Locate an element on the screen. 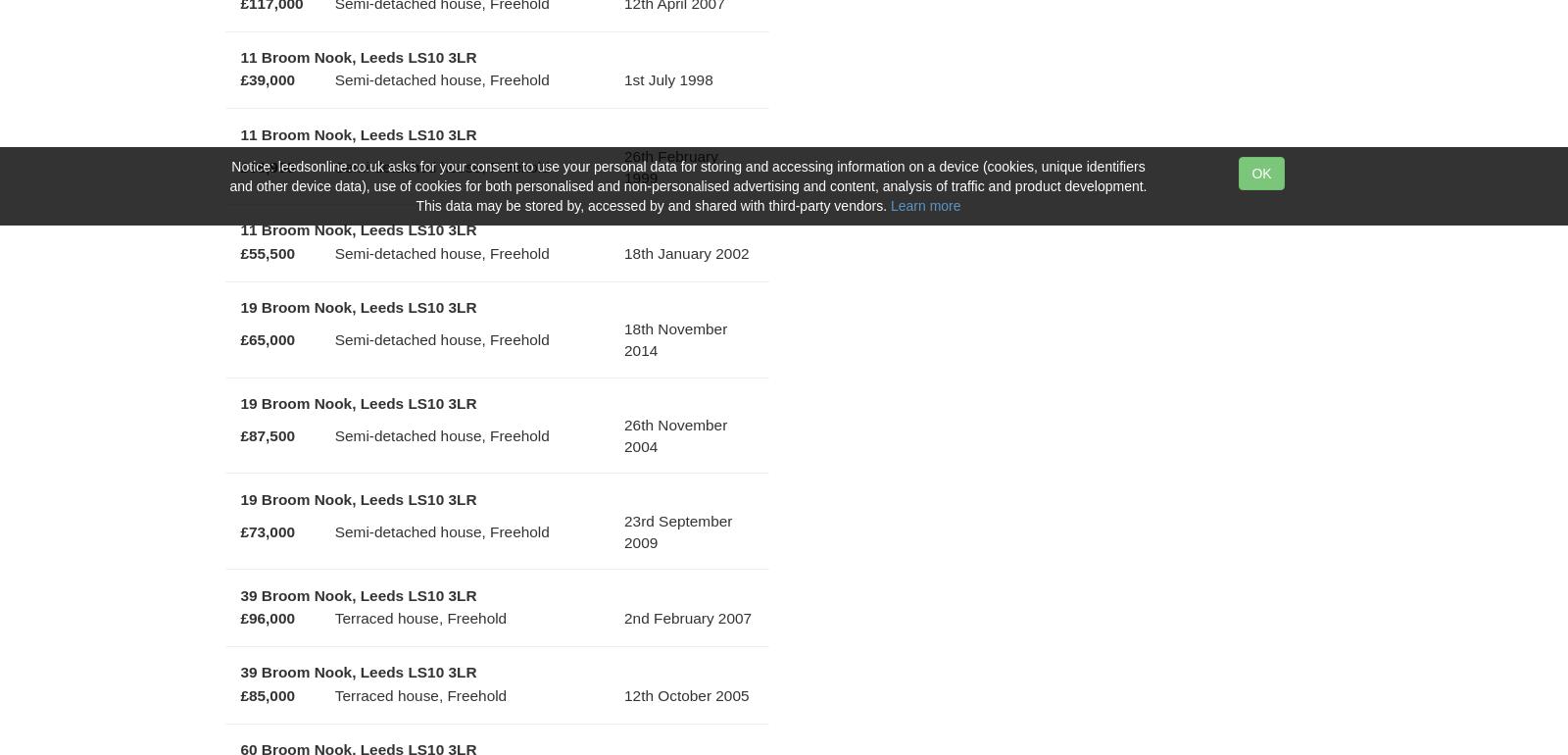  'Notice: leedsonline.co.uk asks for your consent to use your personal data for storing and accessing information on a device (cookies, unique identifiers and other device data), use of cookies for both personalised and non-personalised advertising and content, analysis of traffic and product development. This data may be stored by, accessed by and shared with third-party vendors.' is located at coordinates (687, 186).